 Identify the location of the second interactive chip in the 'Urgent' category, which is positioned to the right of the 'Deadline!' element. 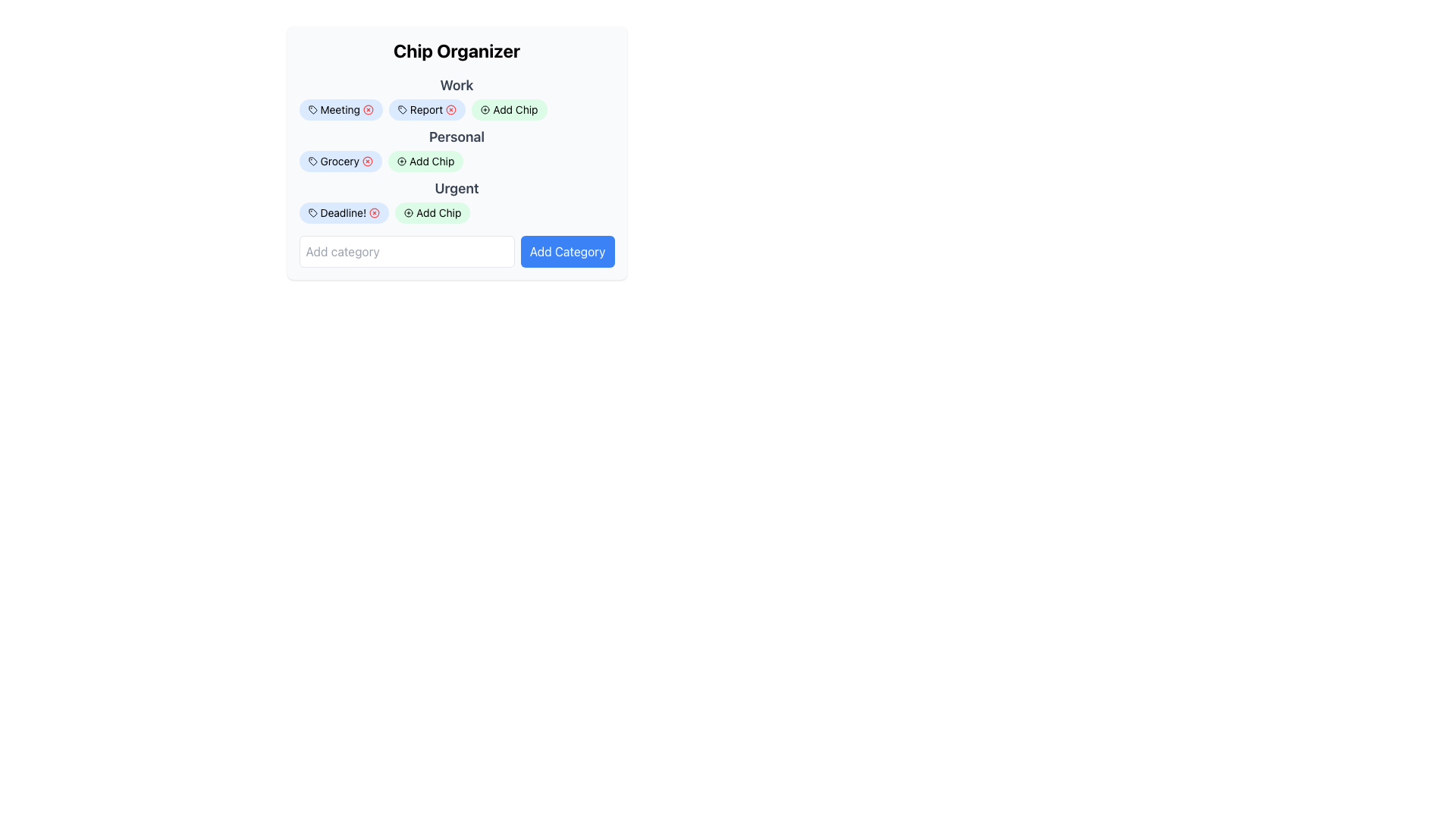
(456, 213).